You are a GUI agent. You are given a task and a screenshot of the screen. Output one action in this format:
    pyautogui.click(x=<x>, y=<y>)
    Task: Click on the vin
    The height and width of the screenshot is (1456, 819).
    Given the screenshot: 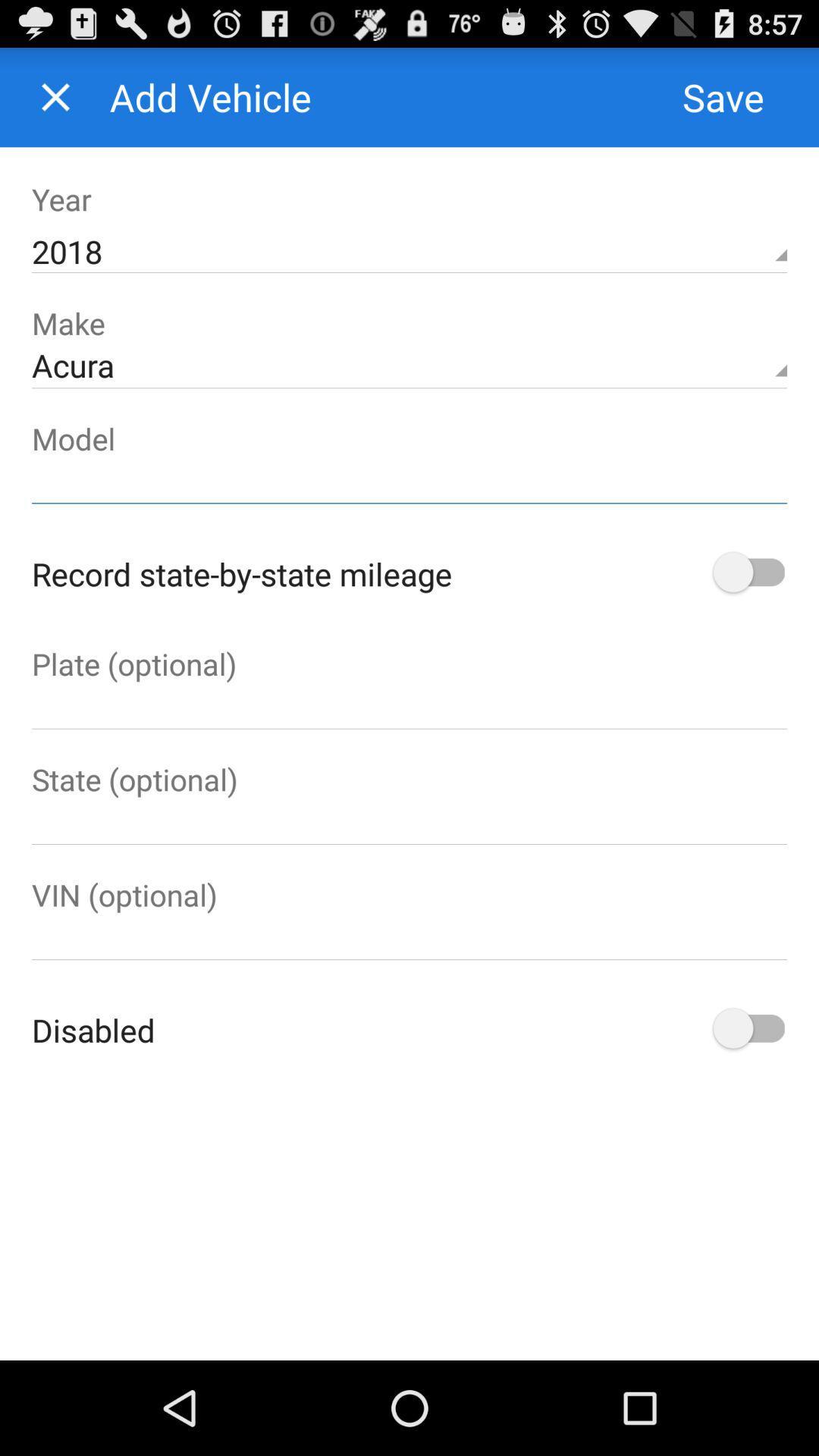 What is the action you would take?
    pyautogui.click(x=409, y=937)
    